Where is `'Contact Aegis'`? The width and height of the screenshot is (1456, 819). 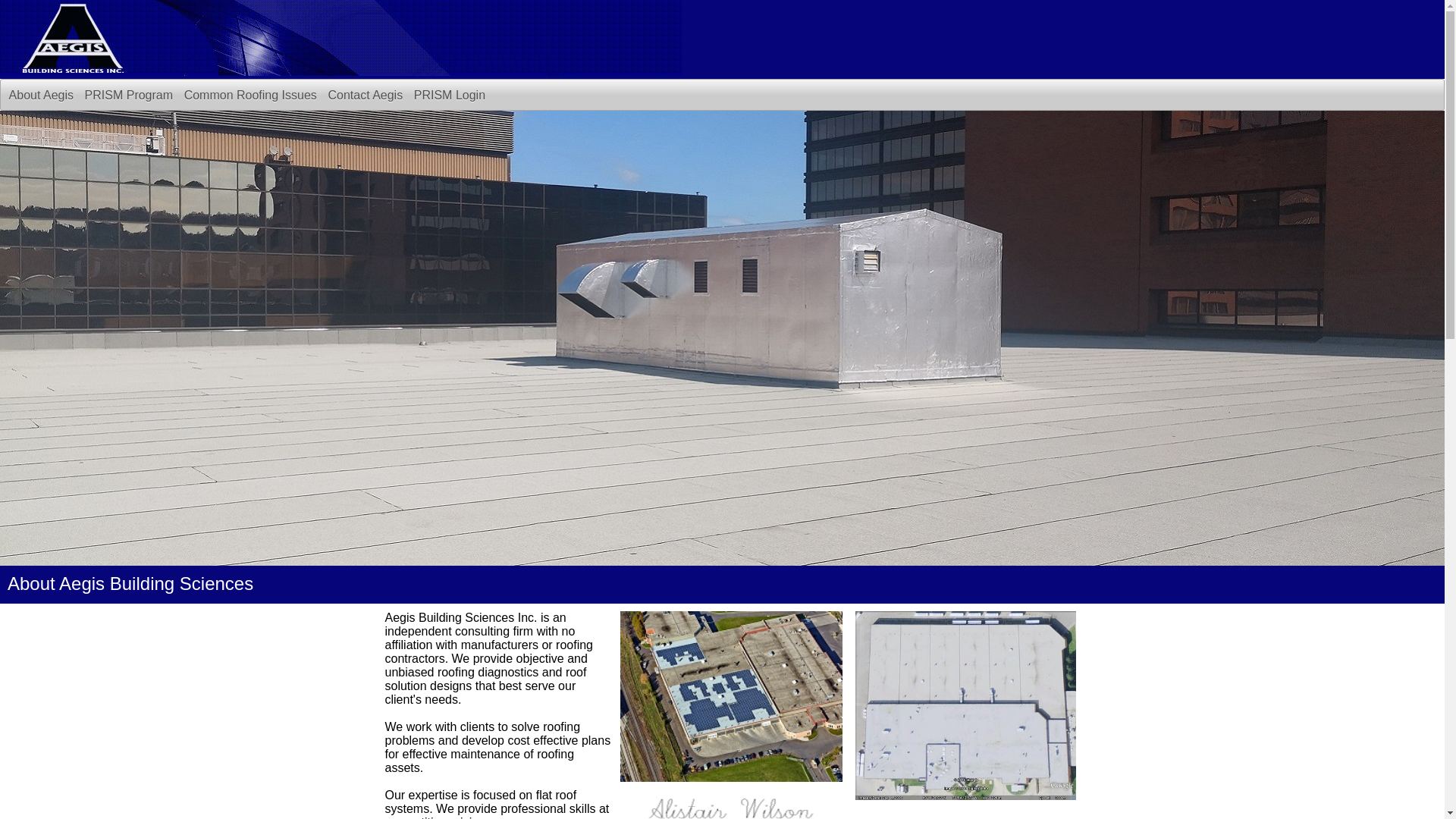 'Contact Aegis' is located at coordinates (365, 96).